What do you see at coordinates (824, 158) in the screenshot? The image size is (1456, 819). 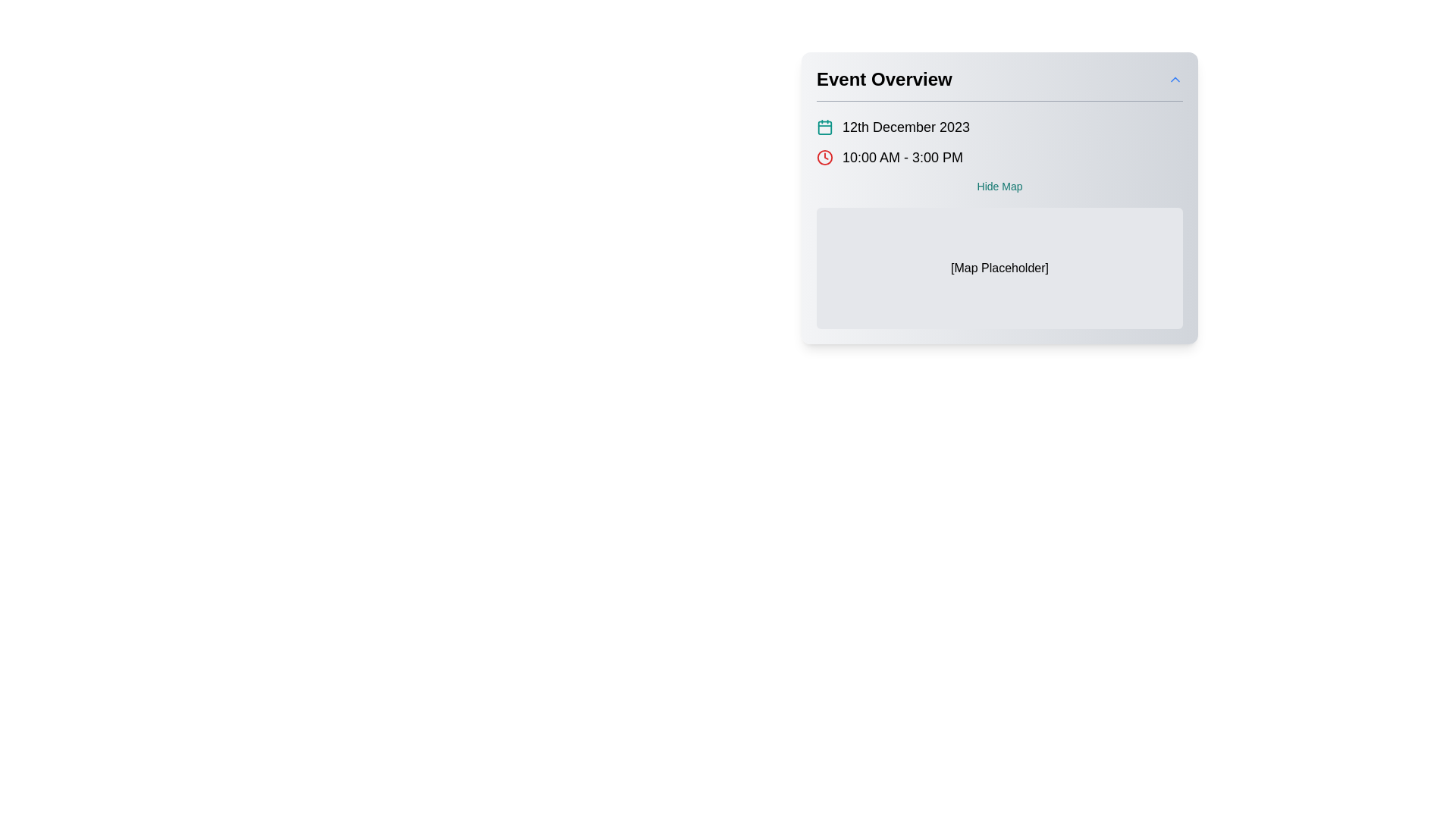 I see `the decorative time range icon located to the left of the text '10:00 AM - 3:00 PM'` at bounding box center [824, 158].